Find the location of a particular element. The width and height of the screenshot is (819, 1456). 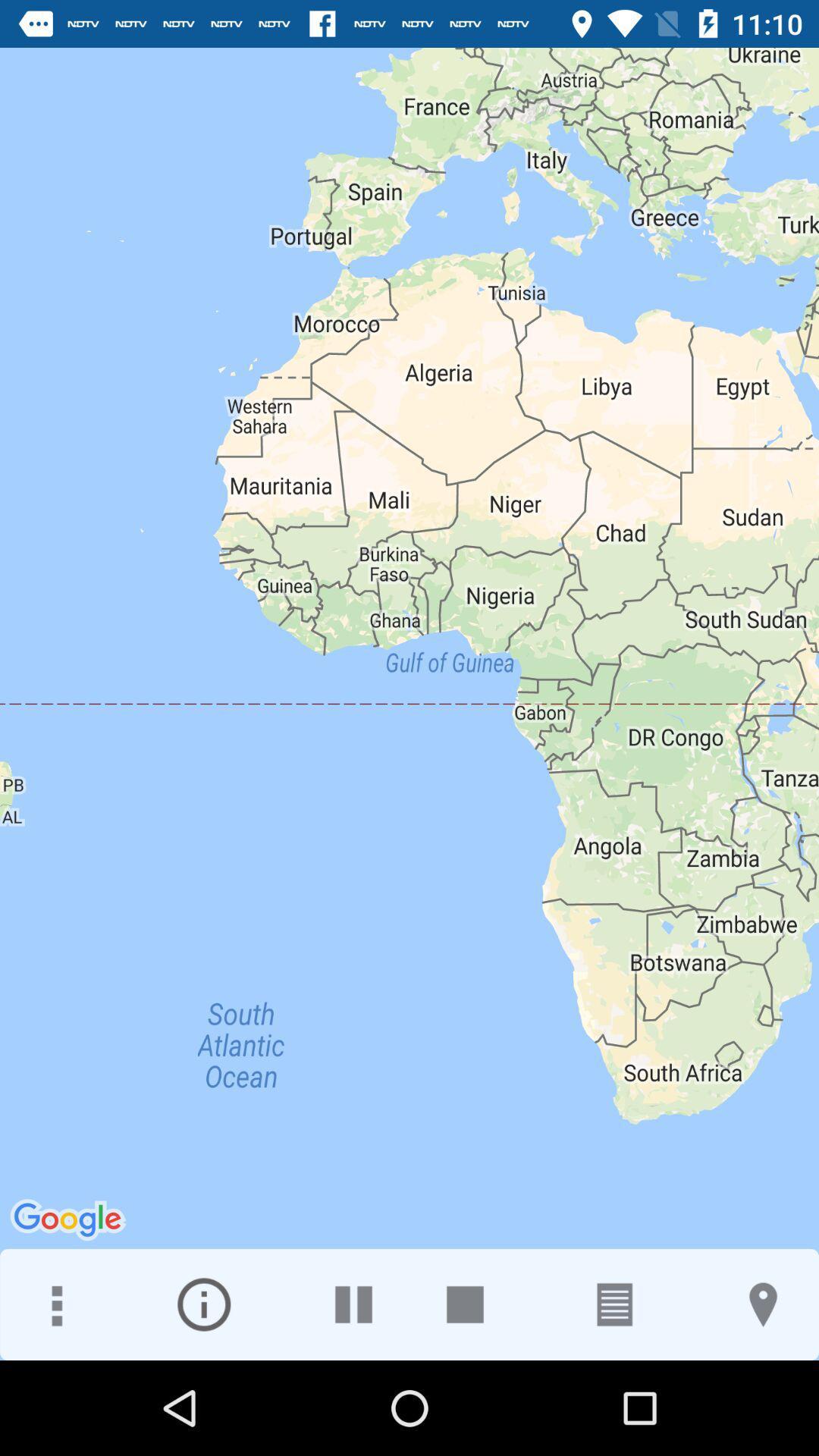

the info icon is located at coordinates (203, 1304).